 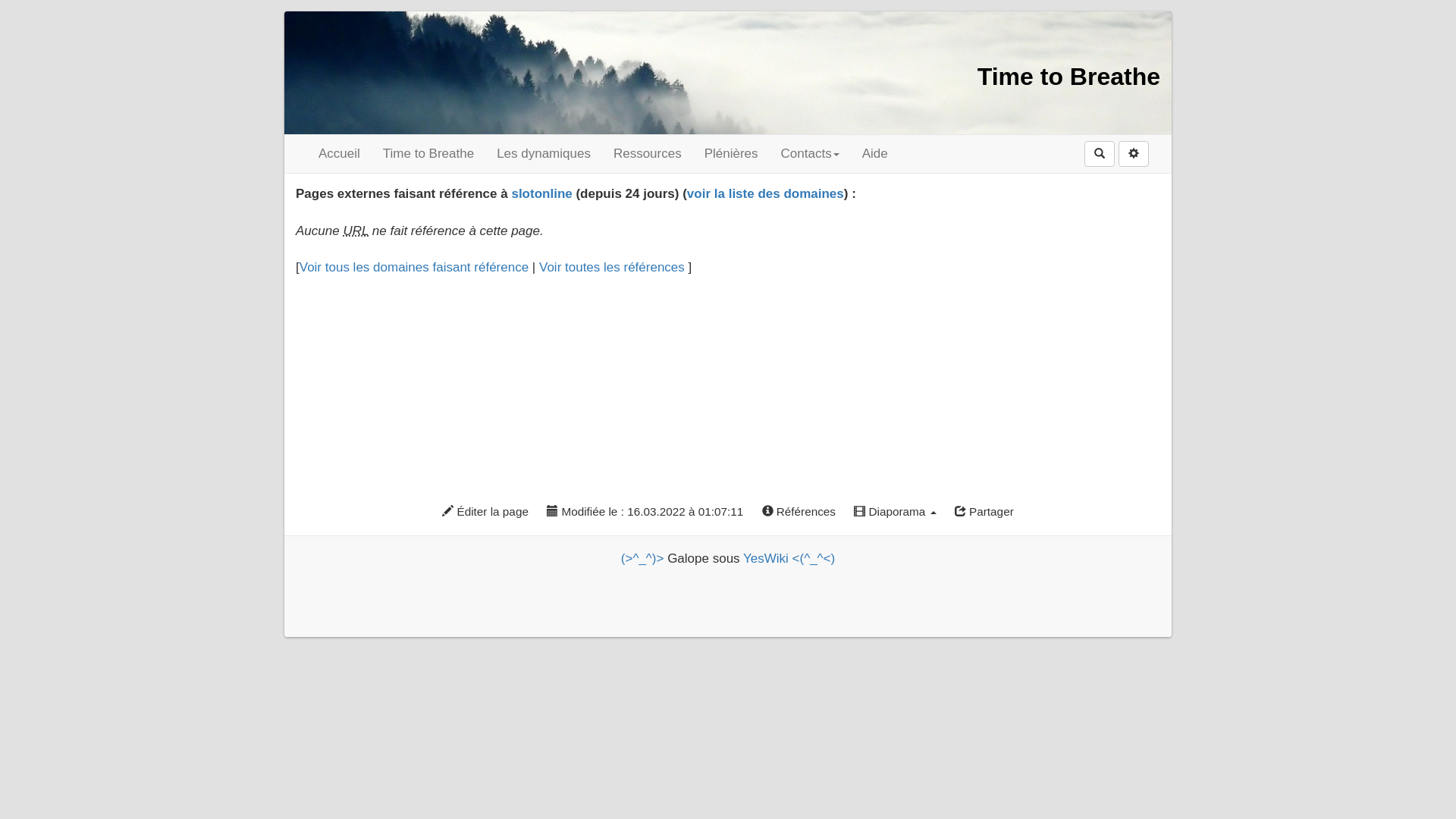 What do you see at coordinates (648, 154) in the screenshot?
I see `'Ressources'` at bounding box center [648, 154].